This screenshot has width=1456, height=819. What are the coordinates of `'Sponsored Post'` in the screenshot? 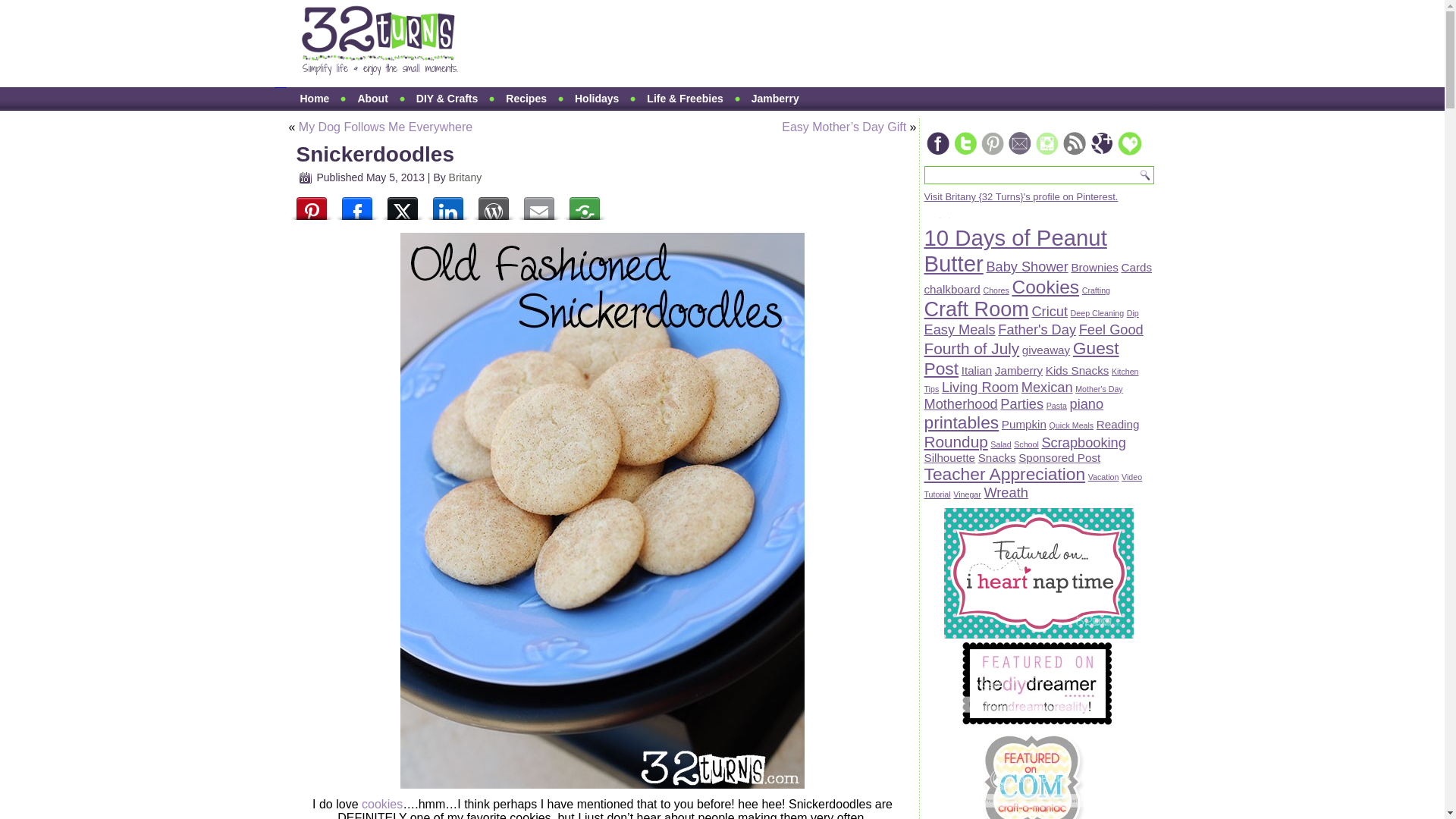 It's located at (1058, 457).